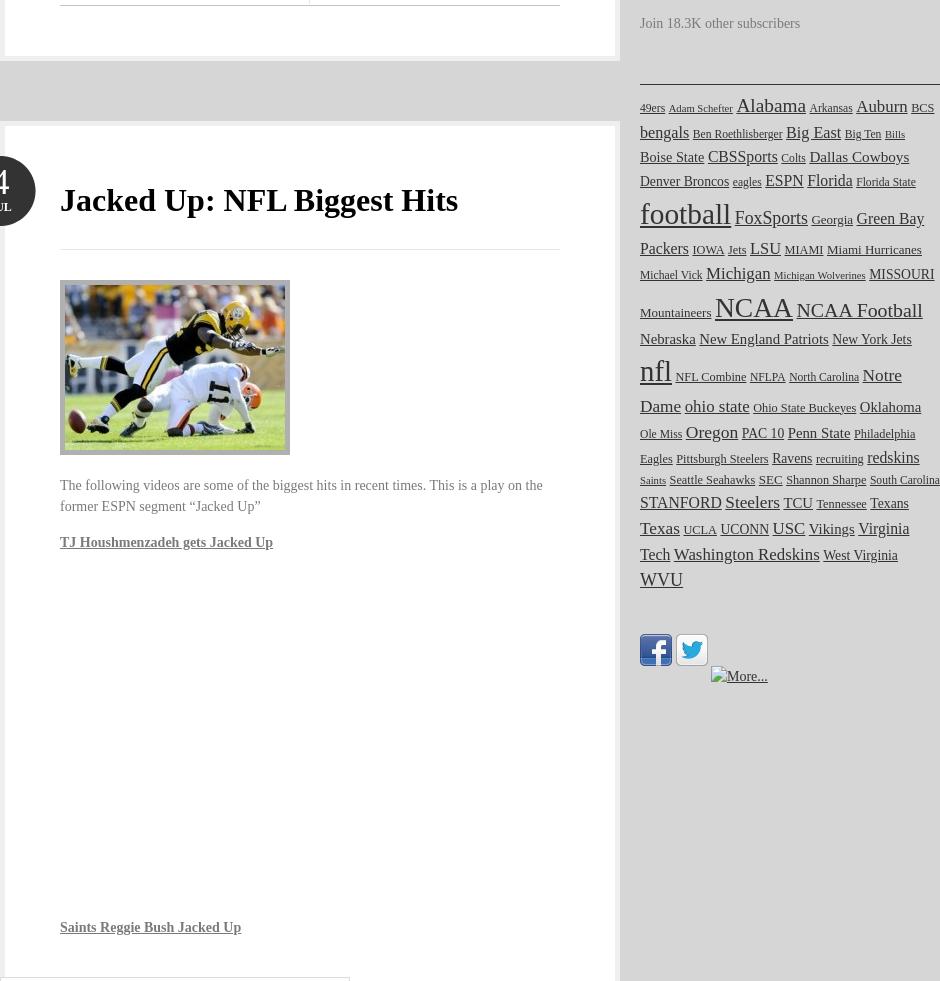 This screenshot has height=981, width=940. What do you see at coordinates (829, 107) in the screenshot?
I see `'Arkansas'` at bounding box center [829, 107].